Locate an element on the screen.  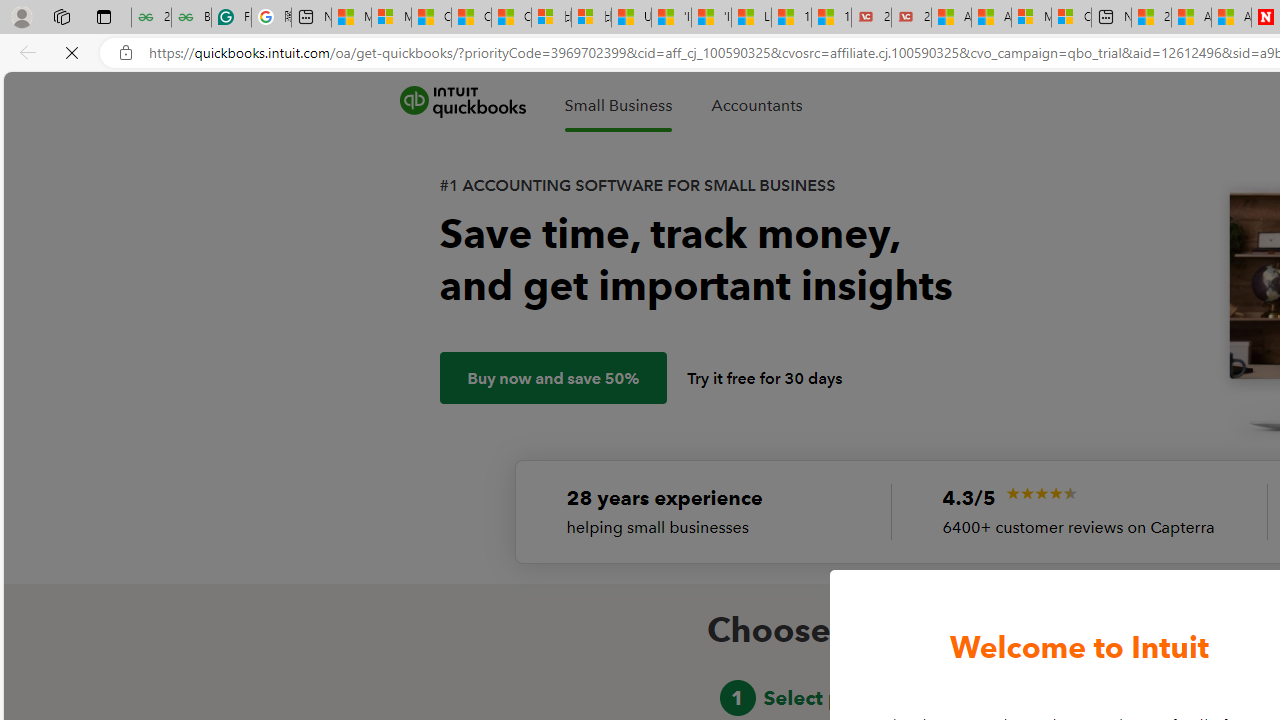
'USA TODAY - MSN' is located at coordinates (630, 17).